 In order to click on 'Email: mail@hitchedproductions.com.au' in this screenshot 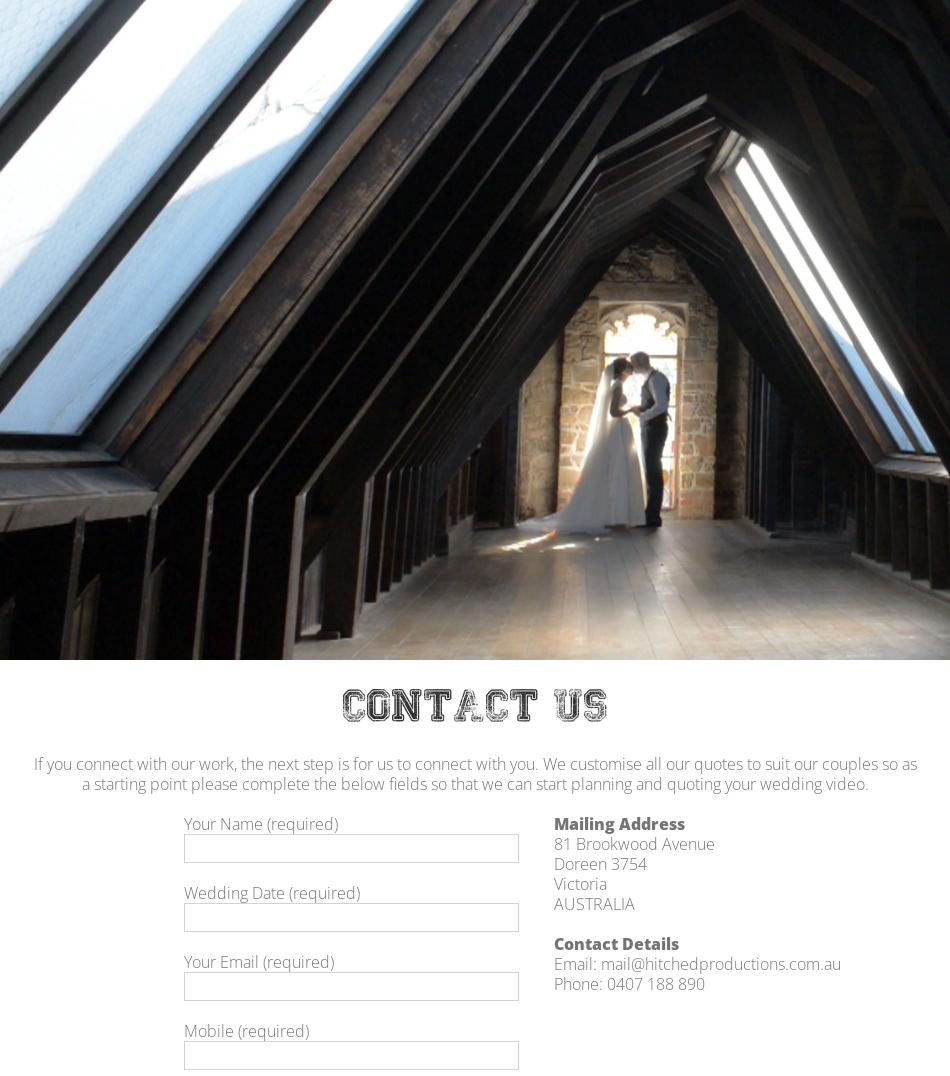, I will do `click(697, 963)`.